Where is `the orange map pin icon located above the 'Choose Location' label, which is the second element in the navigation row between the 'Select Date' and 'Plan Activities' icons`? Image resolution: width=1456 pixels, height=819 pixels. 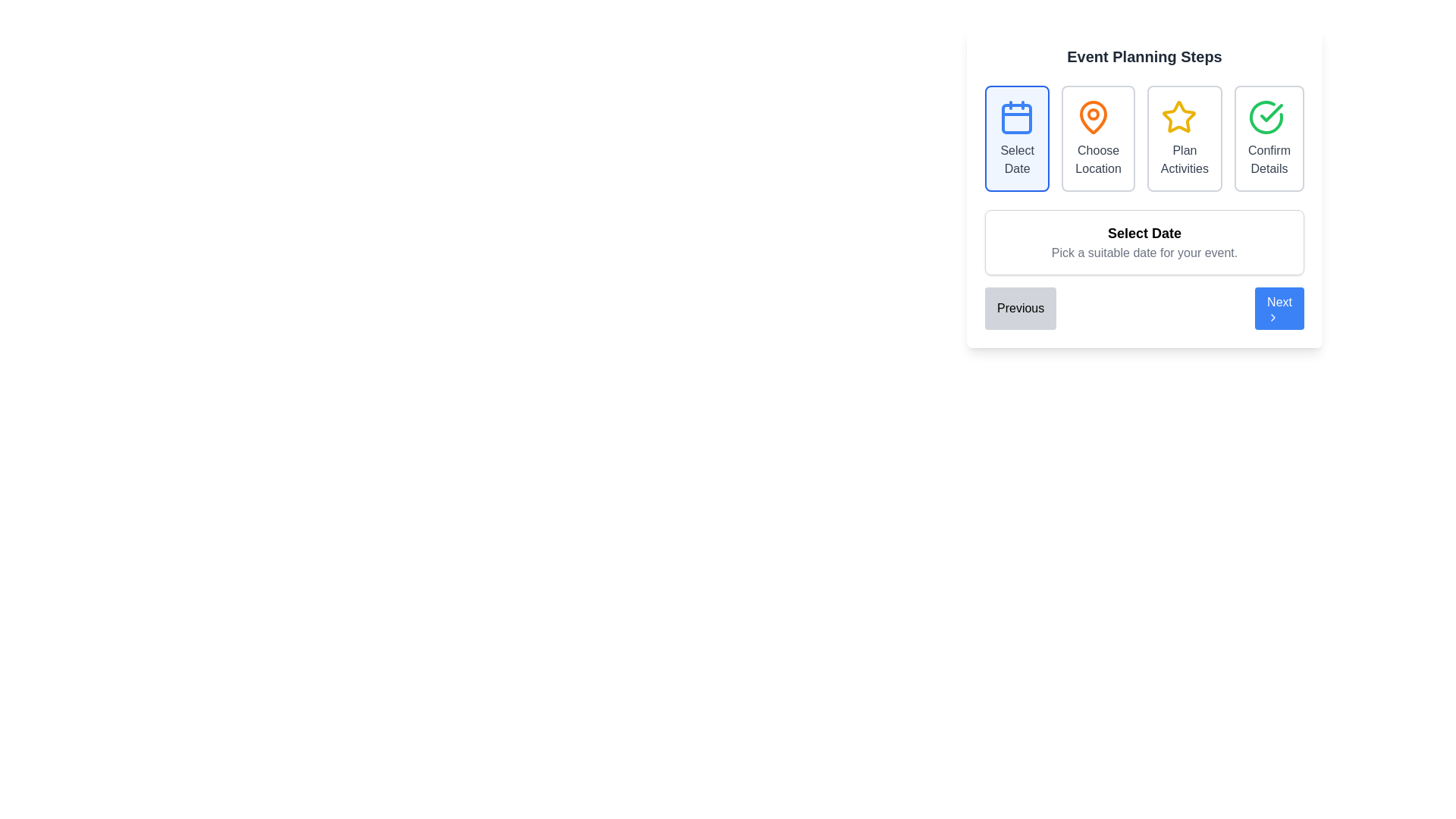 the orange map pin icon located above the 'Choose Location' label, which is the second element in the navigation row between the 'Select Date' and 'Plan Activities' icons is located at coordinates (1094, 116).